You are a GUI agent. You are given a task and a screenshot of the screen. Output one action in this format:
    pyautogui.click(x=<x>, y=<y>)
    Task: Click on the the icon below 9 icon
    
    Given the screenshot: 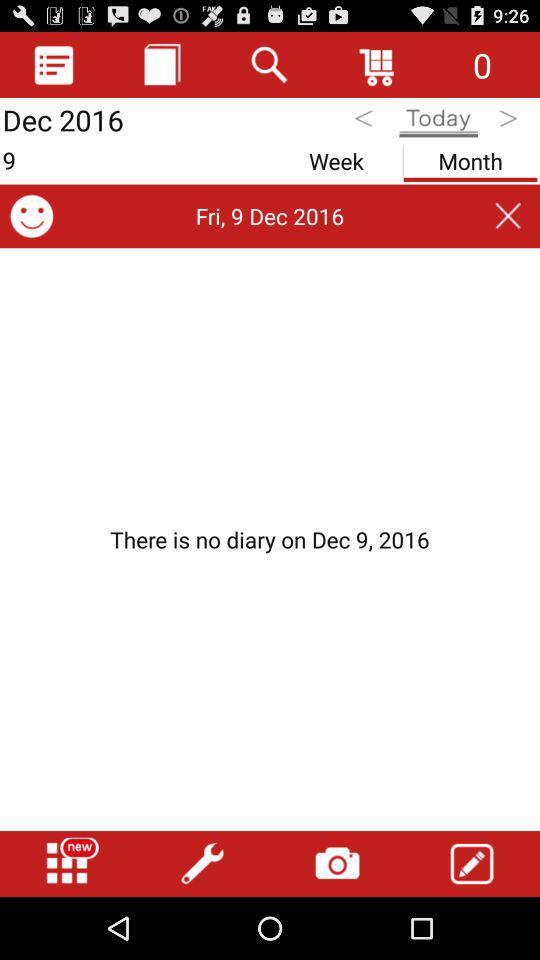 What is the action you would take?
    pyautogui.click(x=30, y=216)
    